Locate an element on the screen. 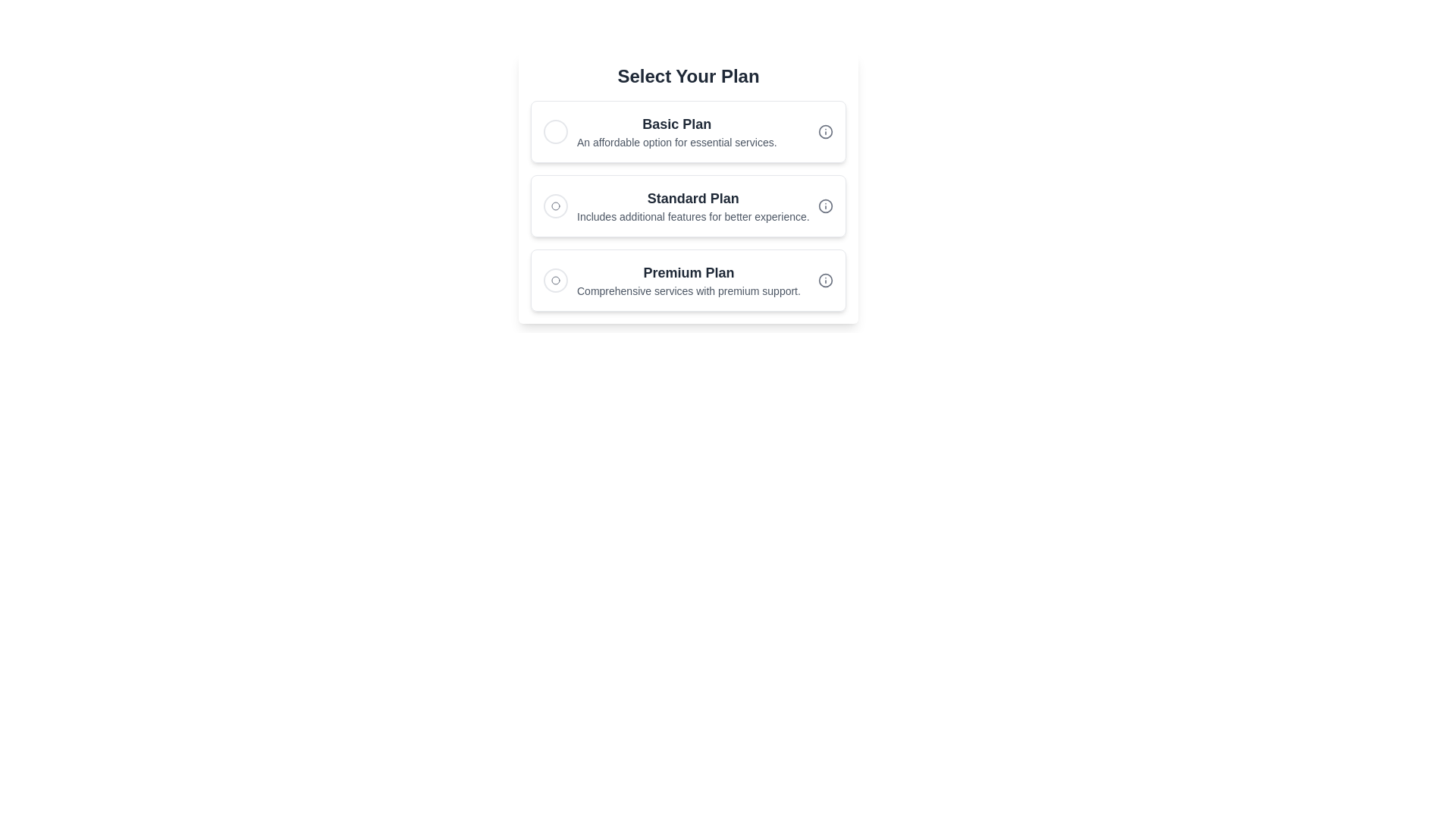 The width and height of the screenshot is (1456, 819). the radio button is located at coordinates (555, 130).